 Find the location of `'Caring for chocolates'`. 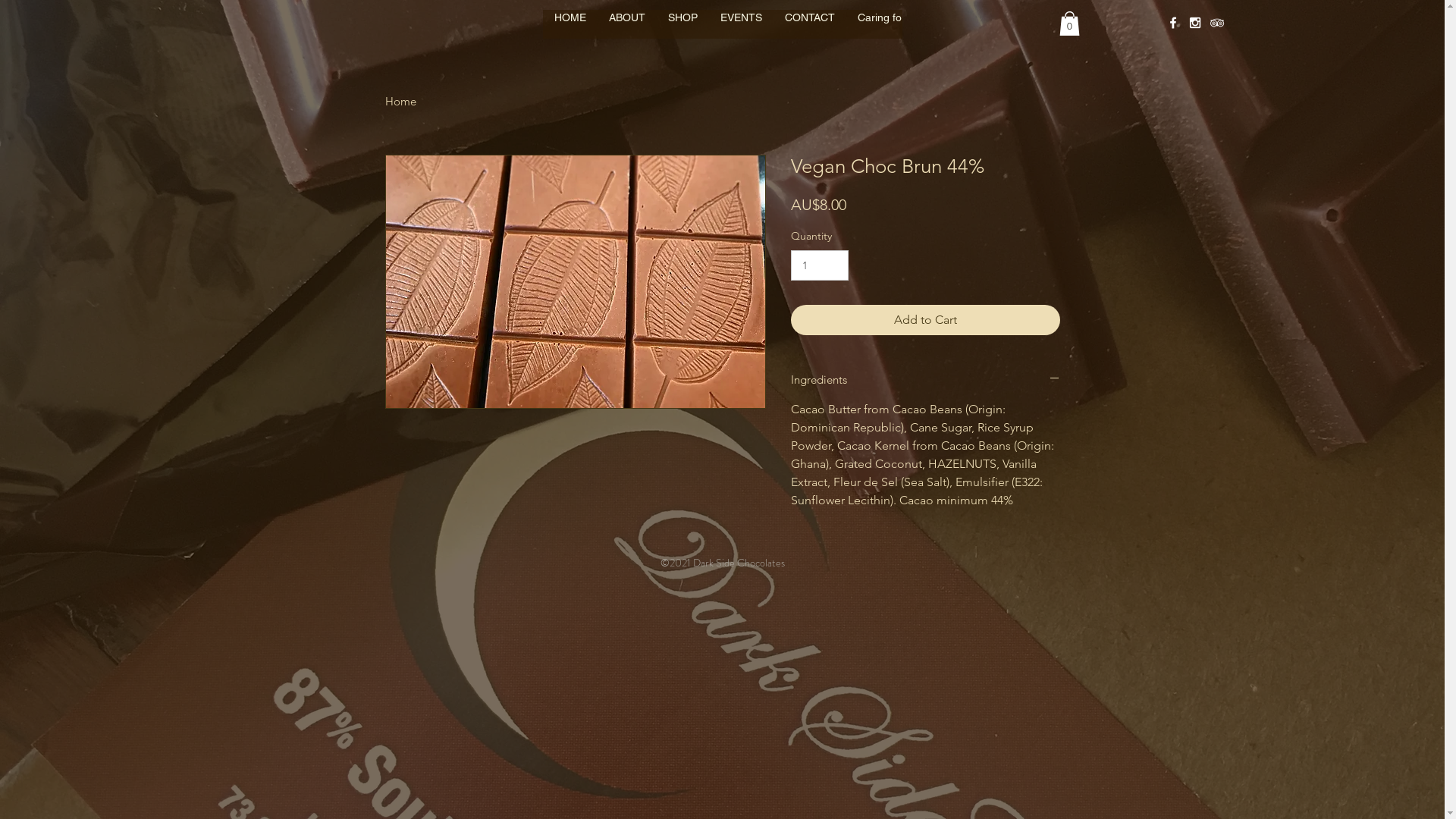

'Caring for chocolates' is located at coordinates (908, 29).